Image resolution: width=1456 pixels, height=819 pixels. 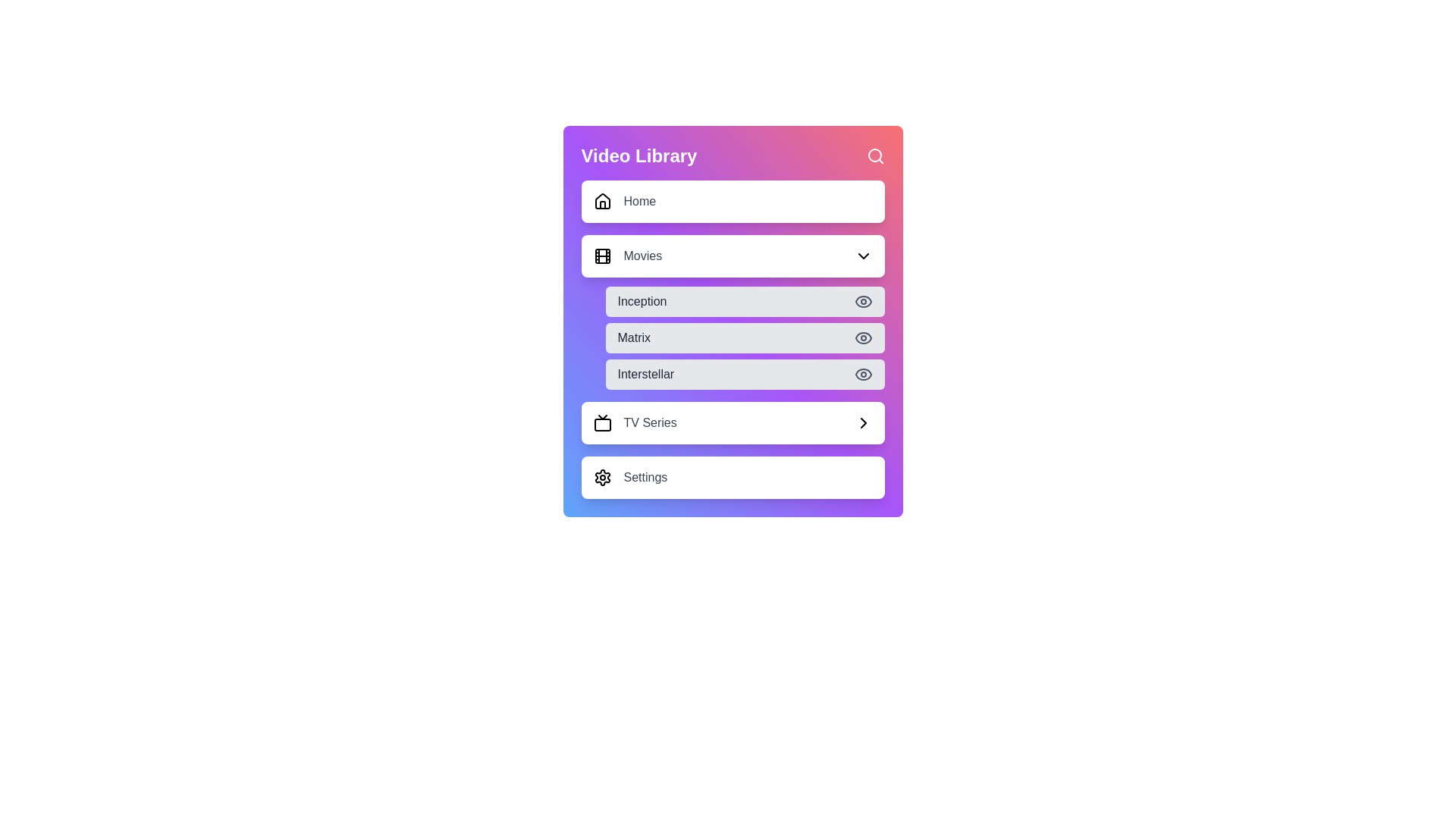 What do you see at coordinates (874, 155) in the screenshot?
I see `the SVG Circle element representing the search feature, located in the top-right corner of the interface` at bounding box center [874, 155].